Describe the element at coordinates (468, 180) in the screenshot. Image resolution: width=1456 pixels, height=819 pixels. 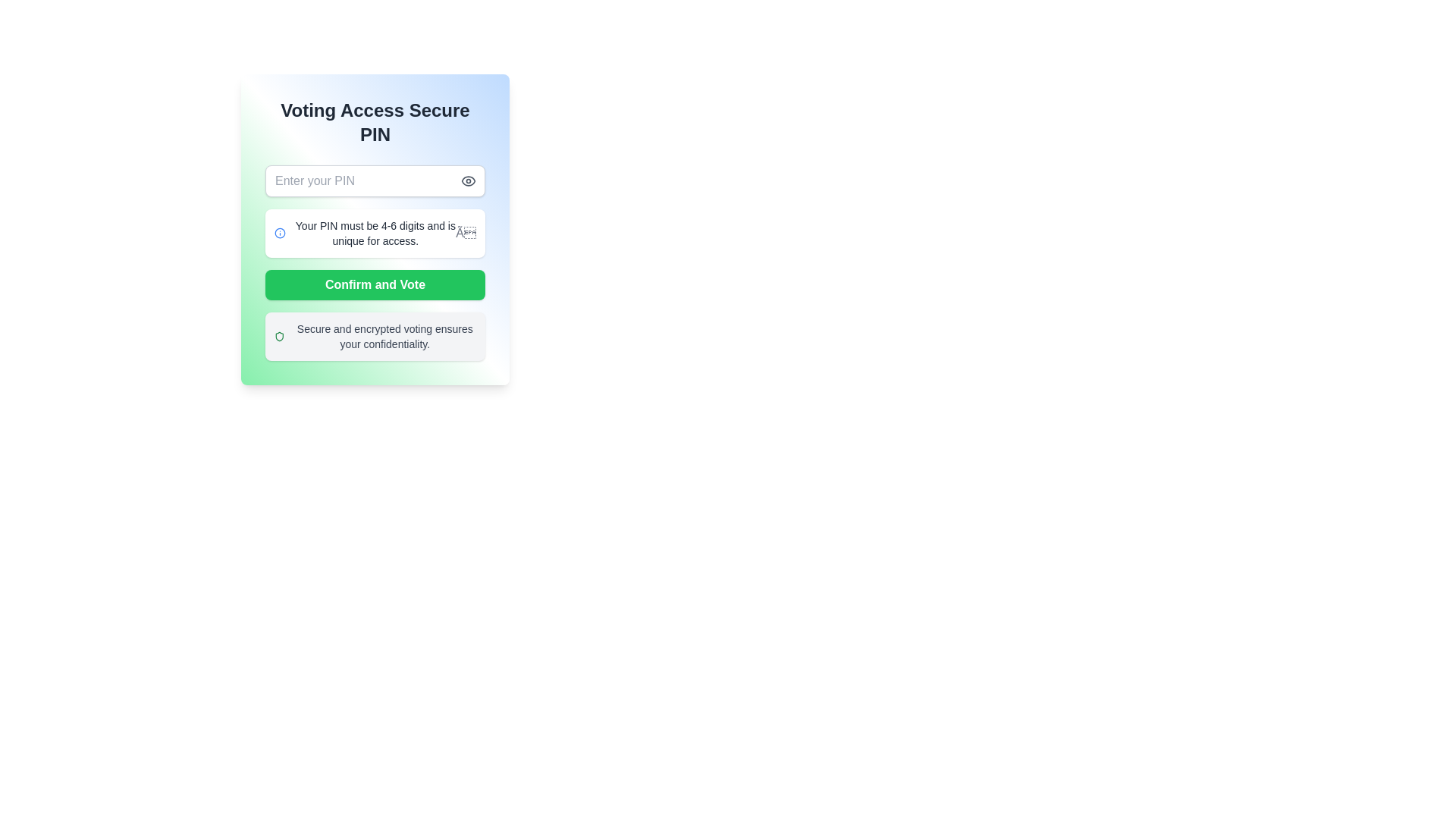
I see `the password visibility toggle button located at the right end of the password input field` at that location.